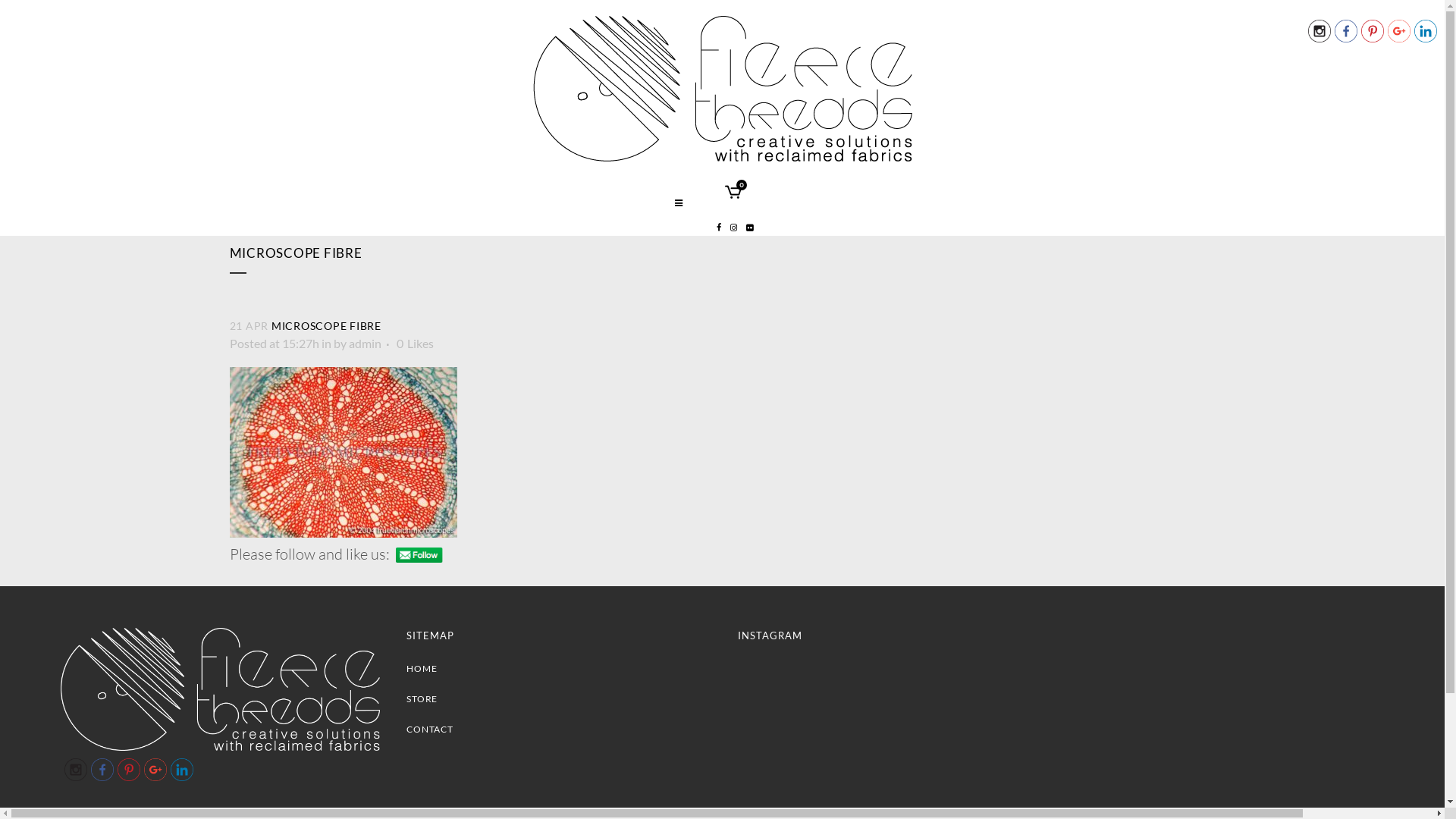  Describe the element at coordinates (116, 769) in the screenshot. I see `'Pinterest'` at that location.